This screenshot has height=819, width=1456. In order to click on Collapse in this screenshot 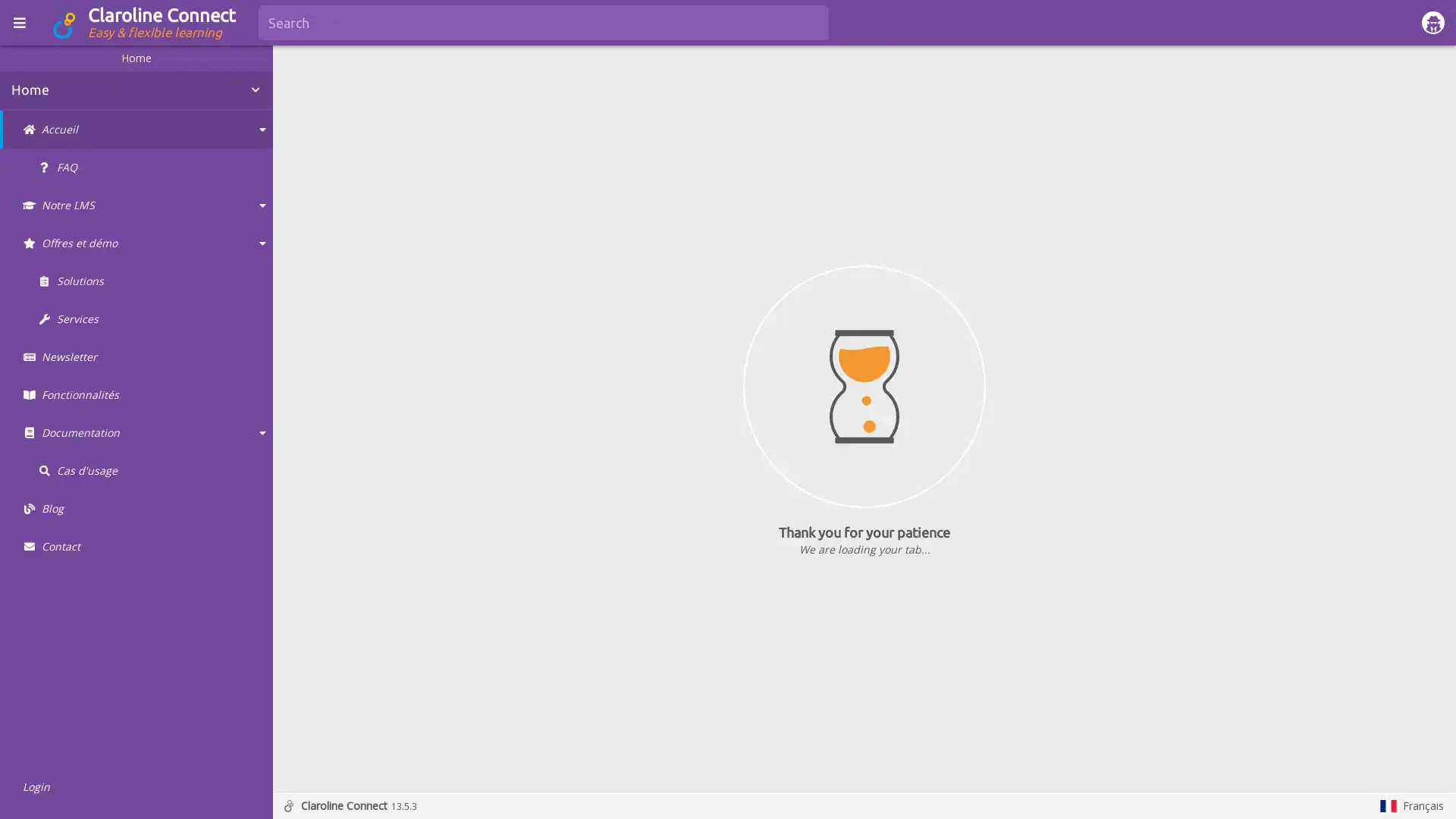, I will do `click(262, 127)`.